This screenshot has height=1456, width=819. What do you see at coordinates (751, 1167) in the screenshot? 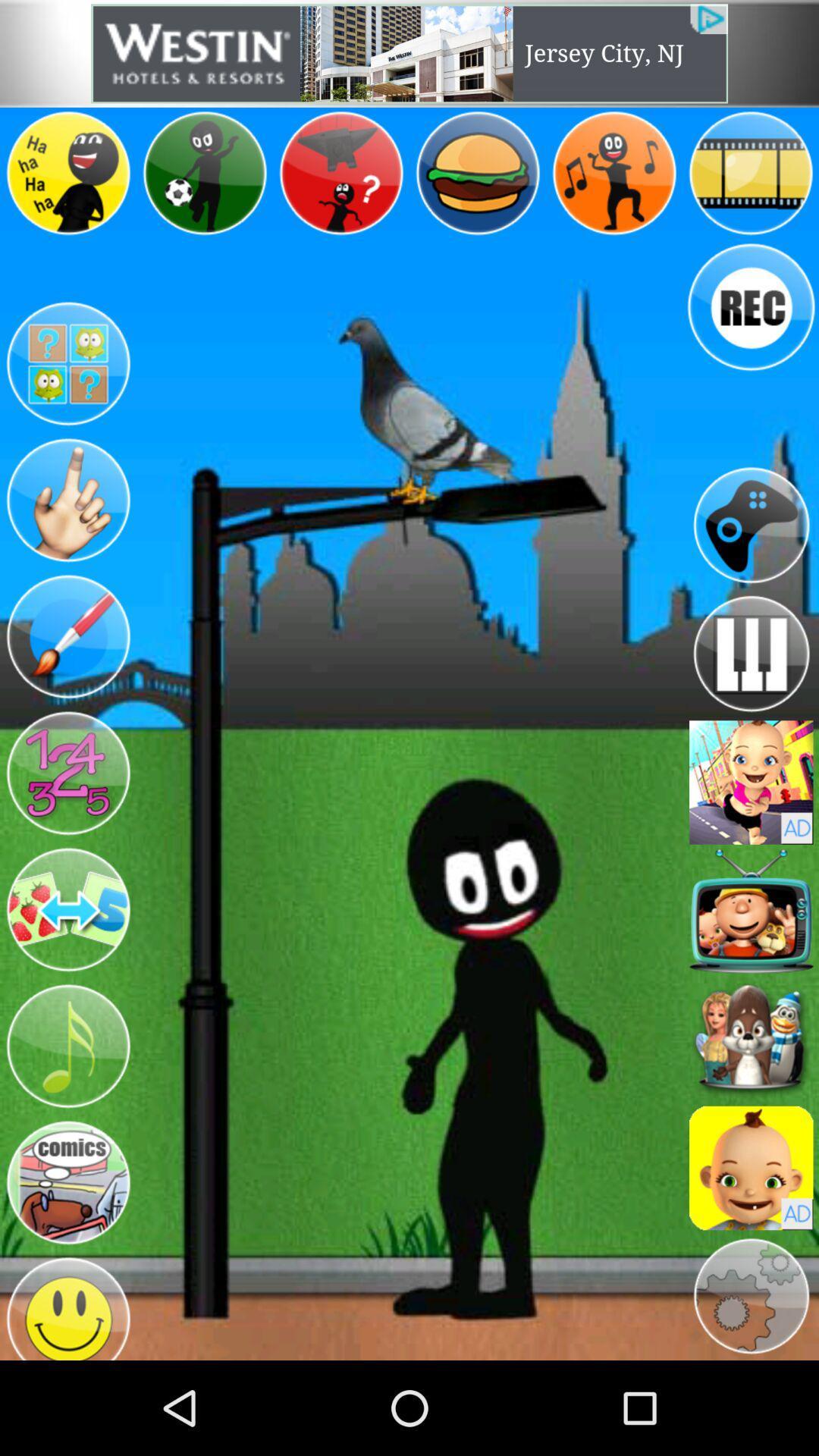
I see `see advertisement` at bounding box center [751, 1167].